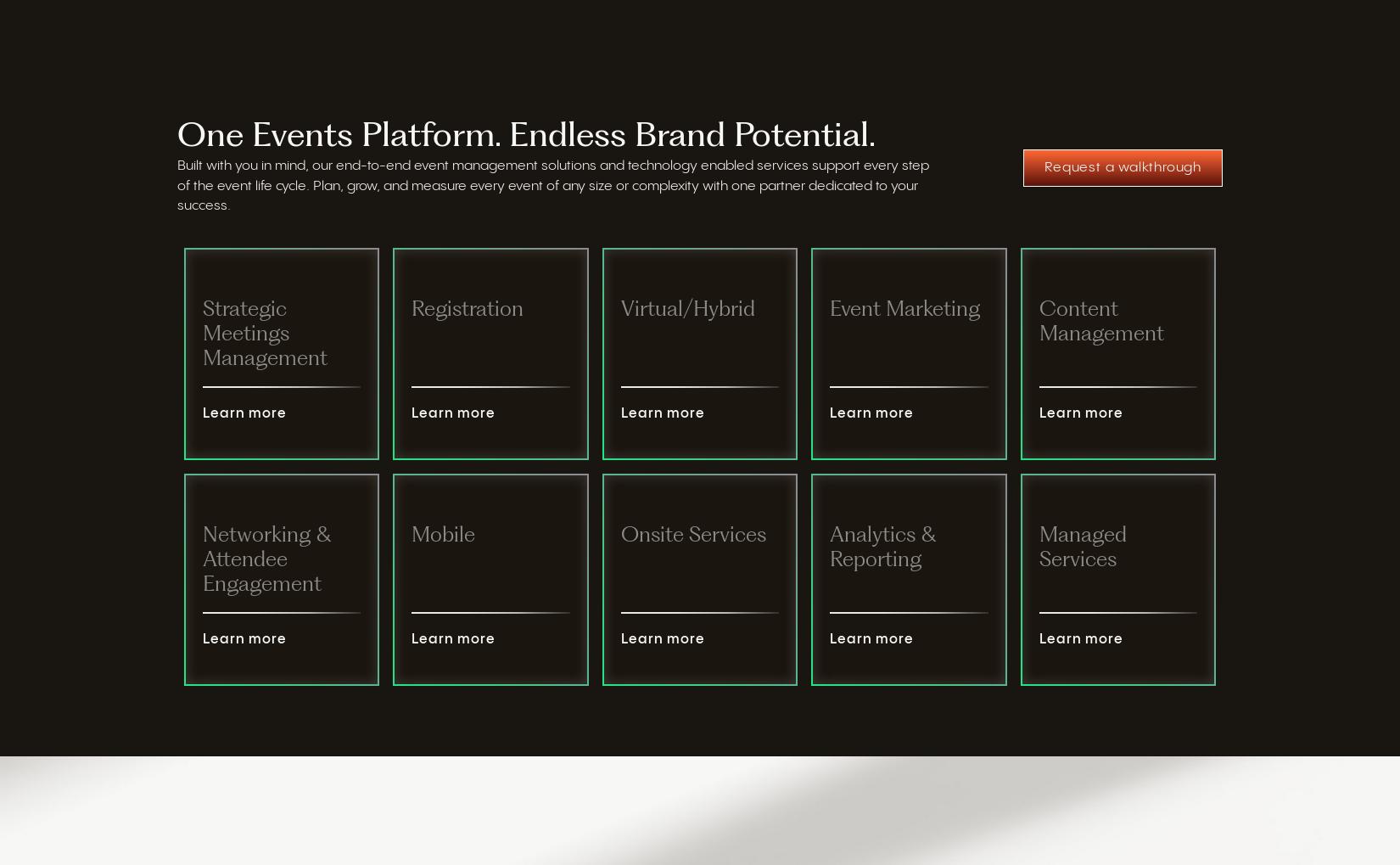 The height and width of the screenshot is (865, 1400). I want to click on 'Analytics & Reporting', so click(882, 548).